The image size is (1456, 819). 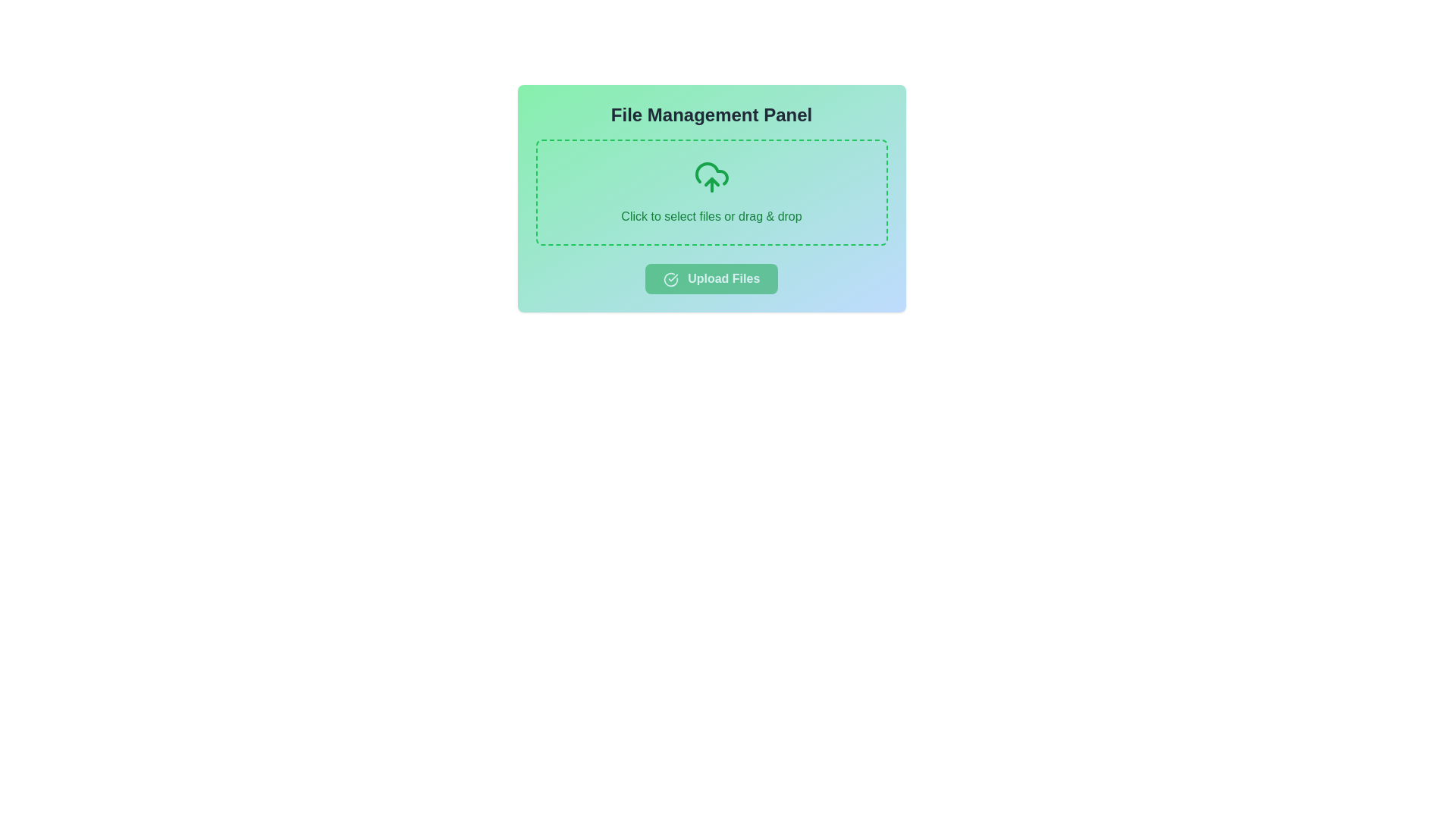 I want to click on the 'Upload Files' button with rounded corners and a green background, so click(x=711, y=278).